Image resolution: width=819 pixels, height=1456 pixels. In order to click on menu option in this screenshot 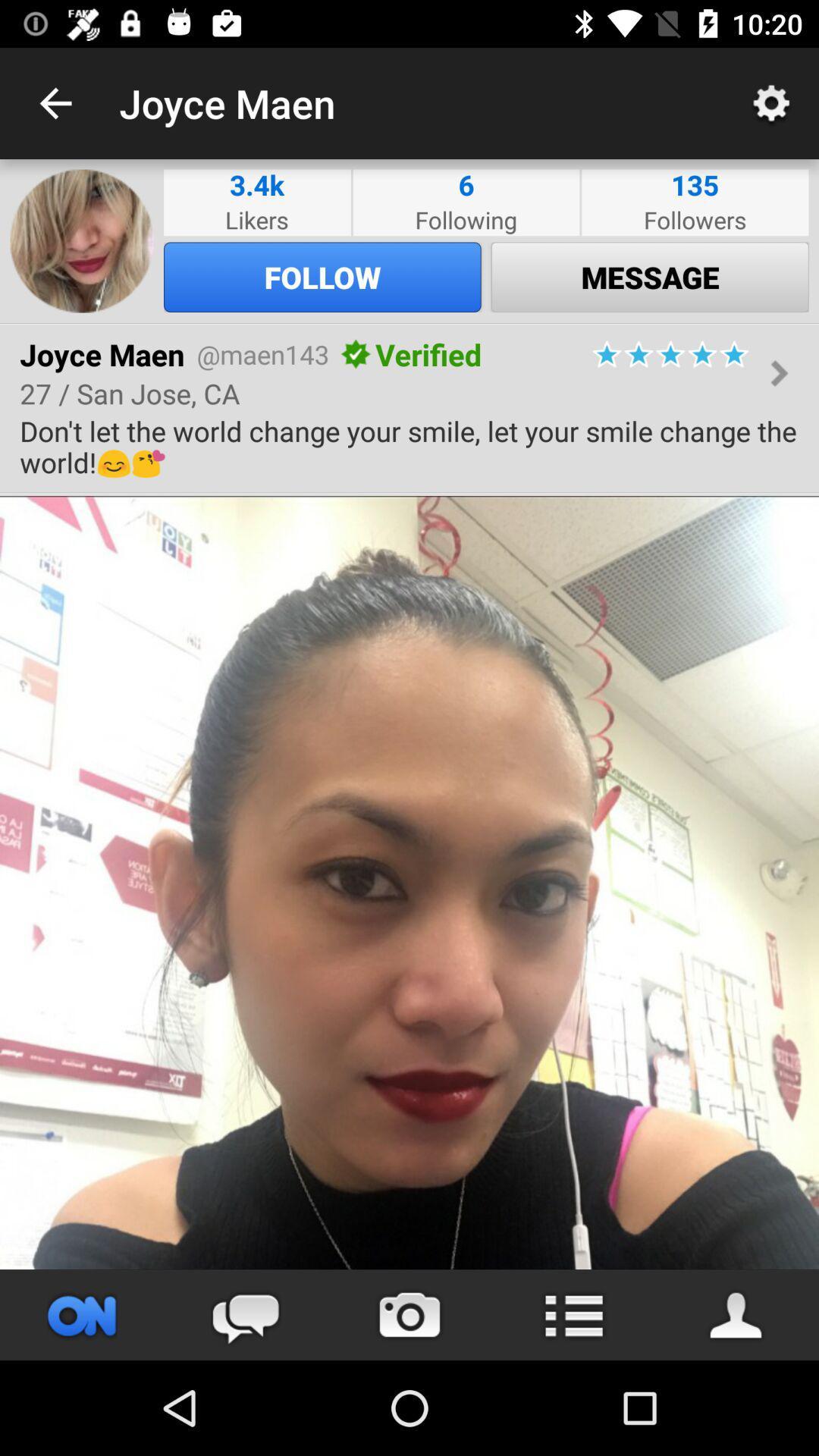, I will do `click(573, 1314)`.